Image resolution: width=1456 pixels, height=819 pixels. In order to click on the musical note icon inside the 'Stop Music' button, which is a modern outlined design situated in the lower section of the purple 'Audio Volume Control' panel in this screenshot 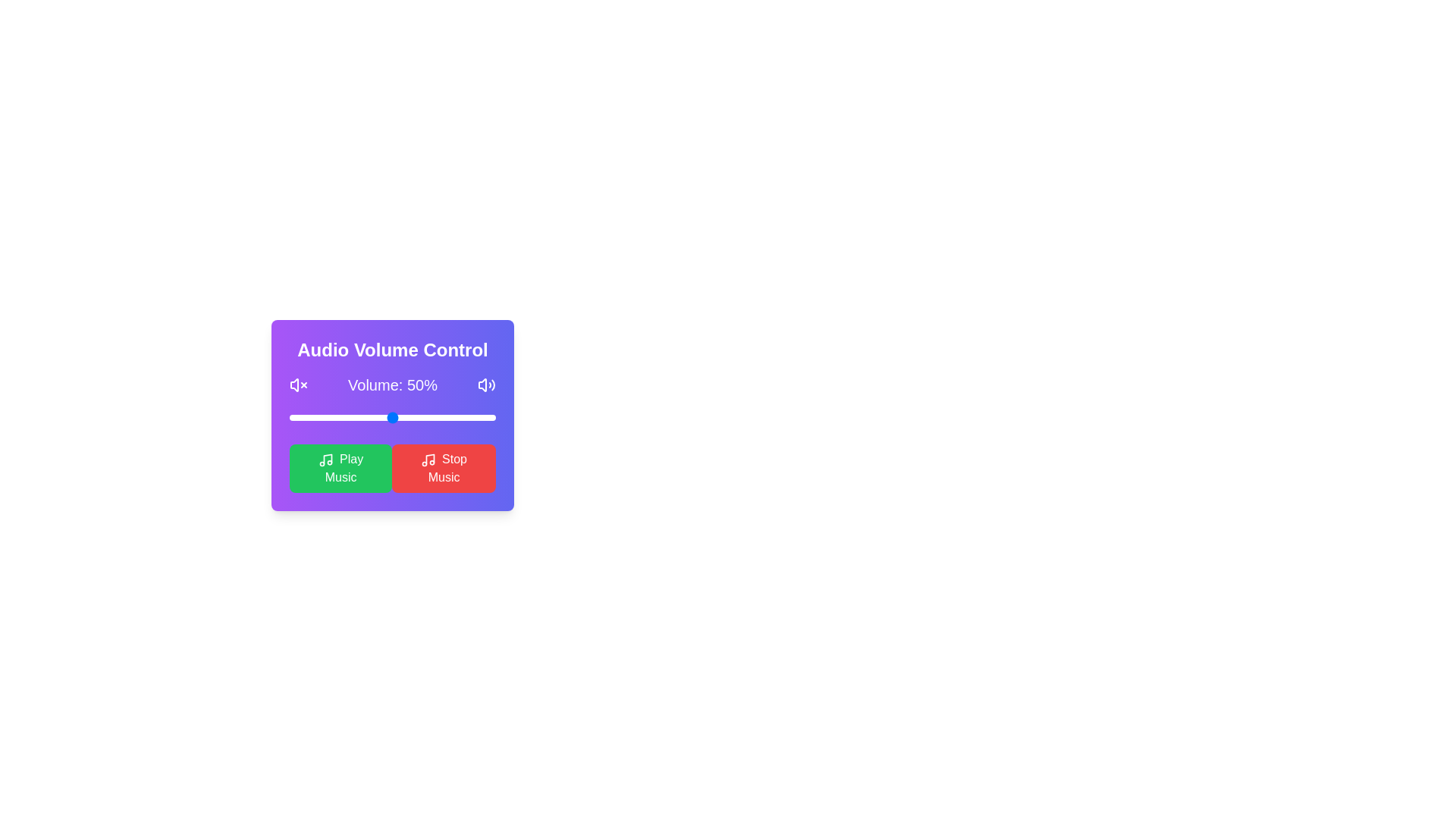, I will do `click(428, 459)`.